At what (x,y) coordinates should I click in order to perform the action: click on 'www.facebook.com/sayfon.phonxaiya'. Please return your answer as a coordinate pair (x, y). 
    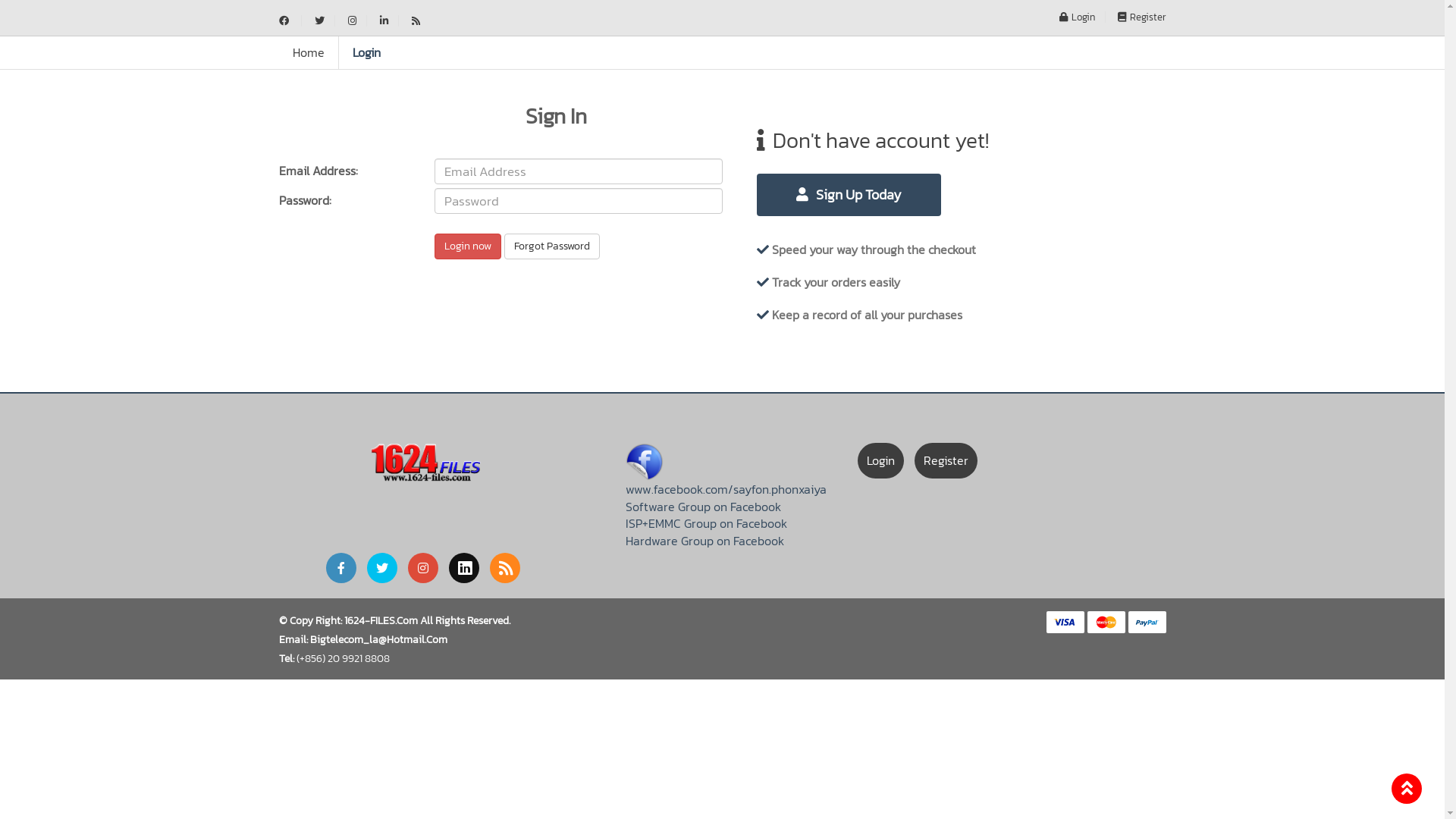
    Looking at the image, I should click on (725, 488).